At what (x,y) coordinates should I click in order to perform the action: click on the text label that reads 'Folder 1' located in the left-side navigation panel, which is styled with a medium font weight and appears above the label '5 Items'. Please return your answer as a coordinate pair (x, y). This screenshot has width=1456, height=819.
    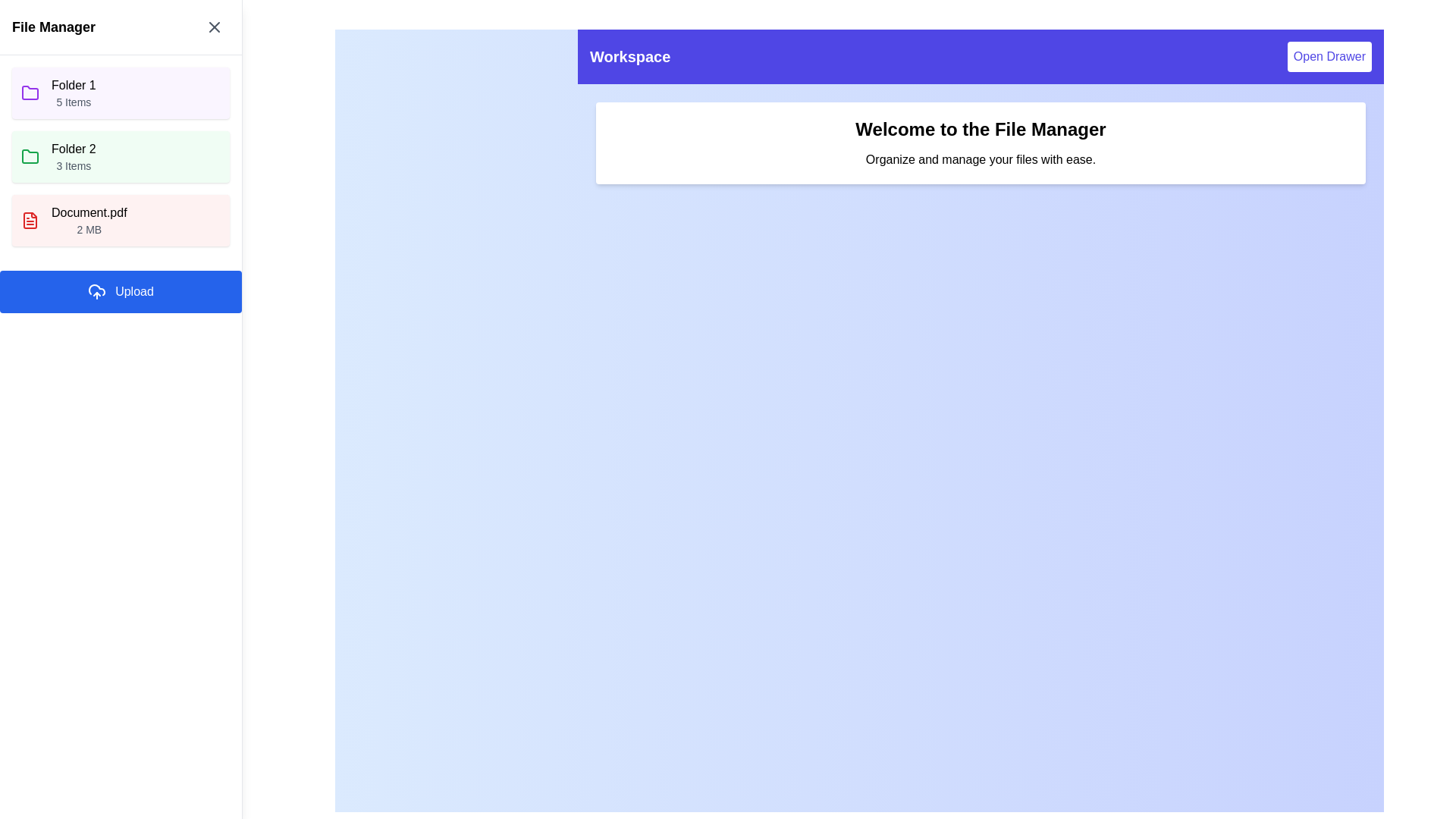
    Looking at the image, I should click on (73, 85).